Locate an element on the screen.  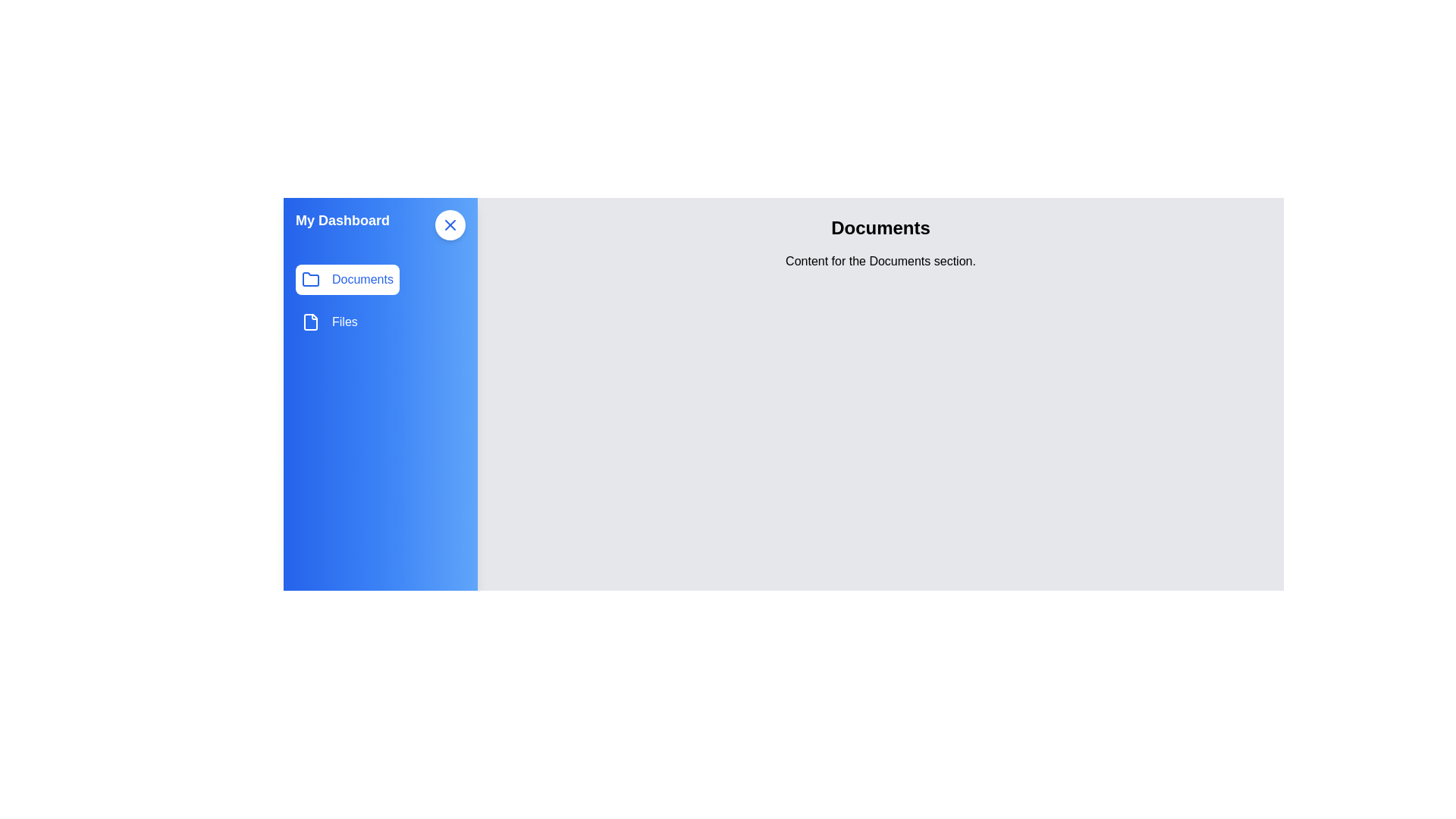
the tab labeled Files to switch to that section is located at coordinates (328, 321).